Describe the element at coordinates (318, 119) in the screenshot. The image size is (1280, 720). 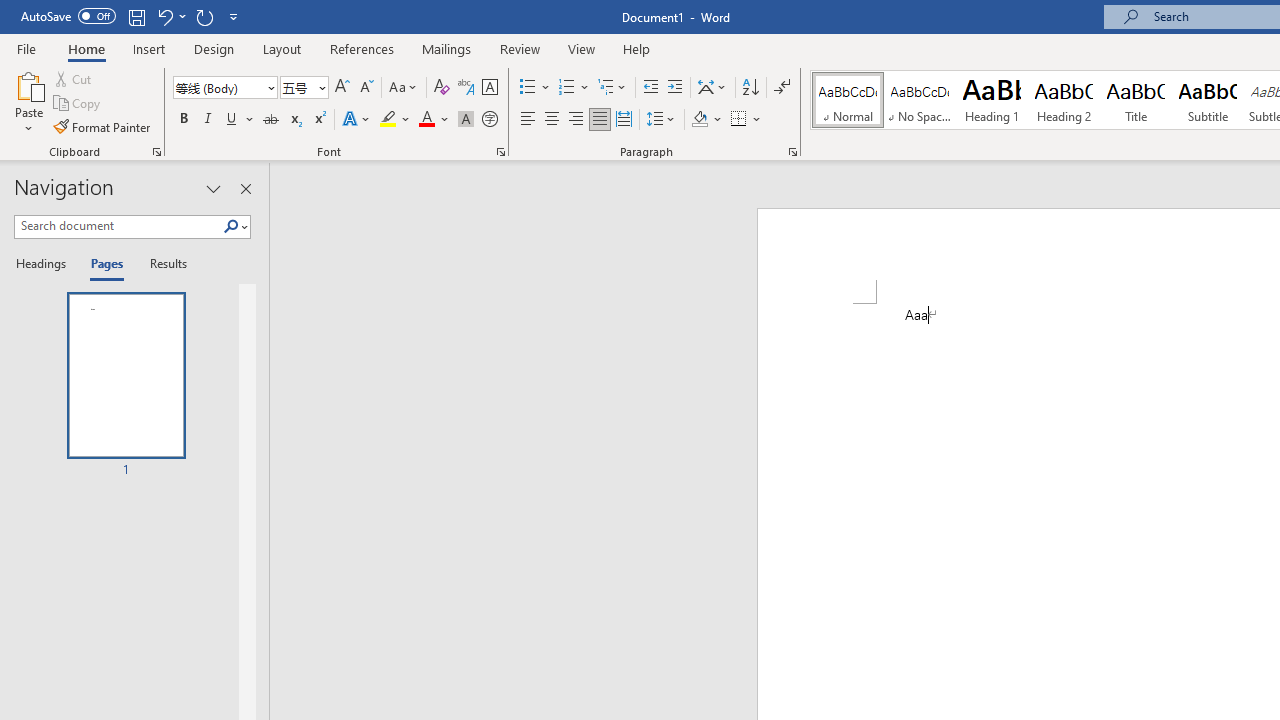
I see `'Superscript'` at that location.